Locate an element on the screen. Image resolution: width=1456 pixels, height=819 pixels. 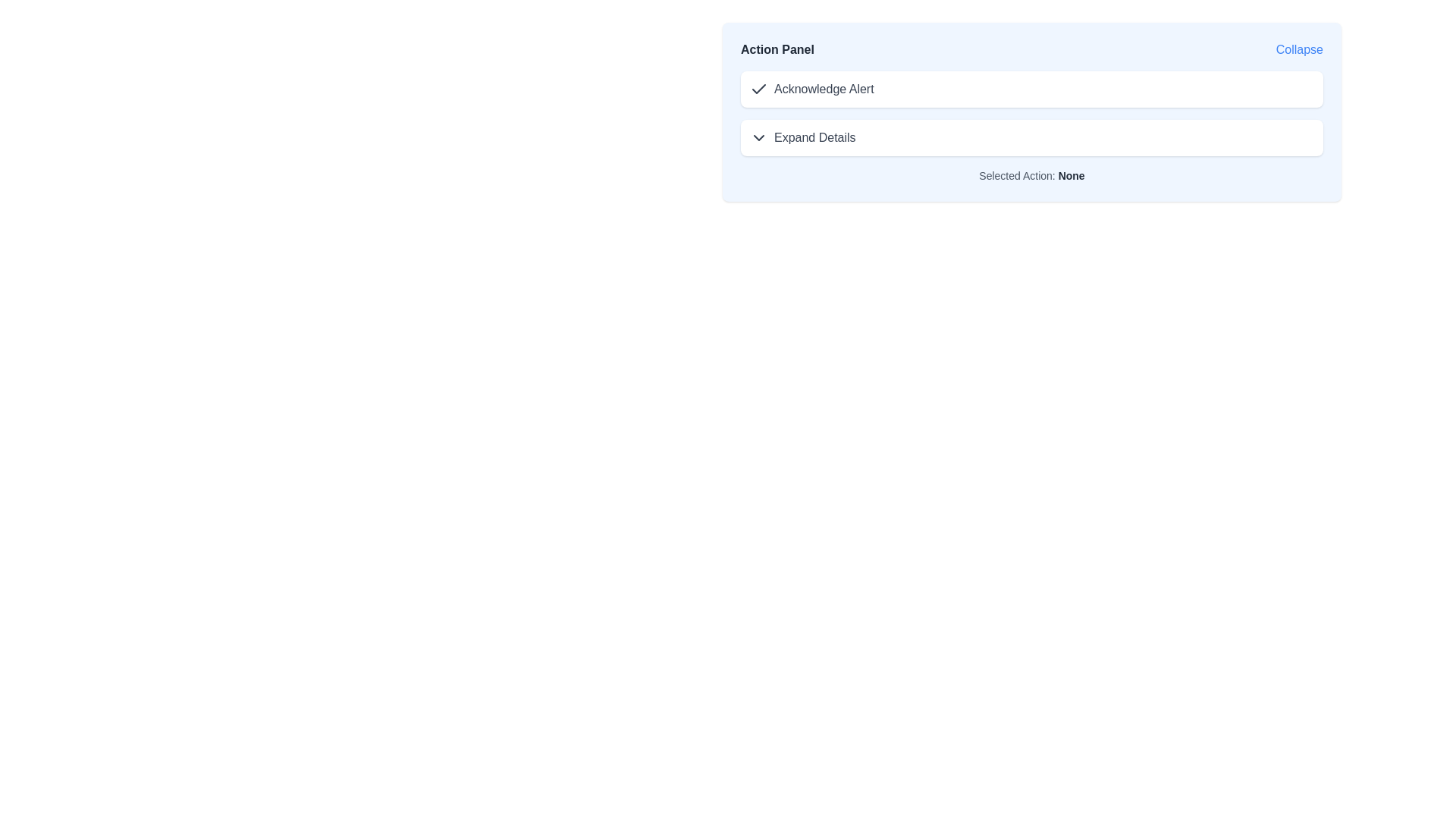
the 'Acknowledge Alert' button, which has a gray font and is located in the 'Action Panel' section above the 'Expand Details' option is located at coordinates (811, 89).